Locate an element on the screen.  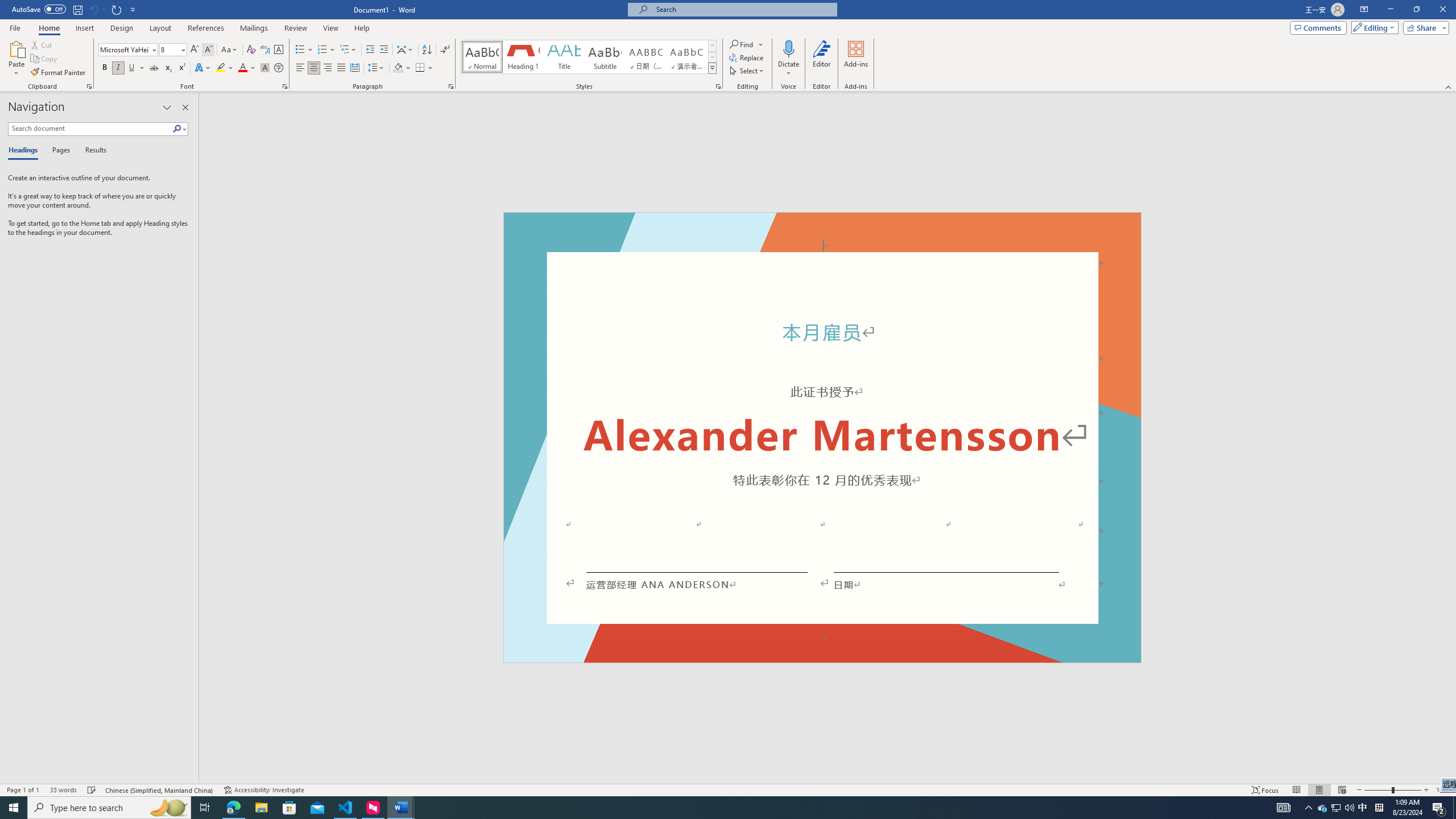
'Spelling and Grammar Check Checking' is located at coordinates (92, 790).